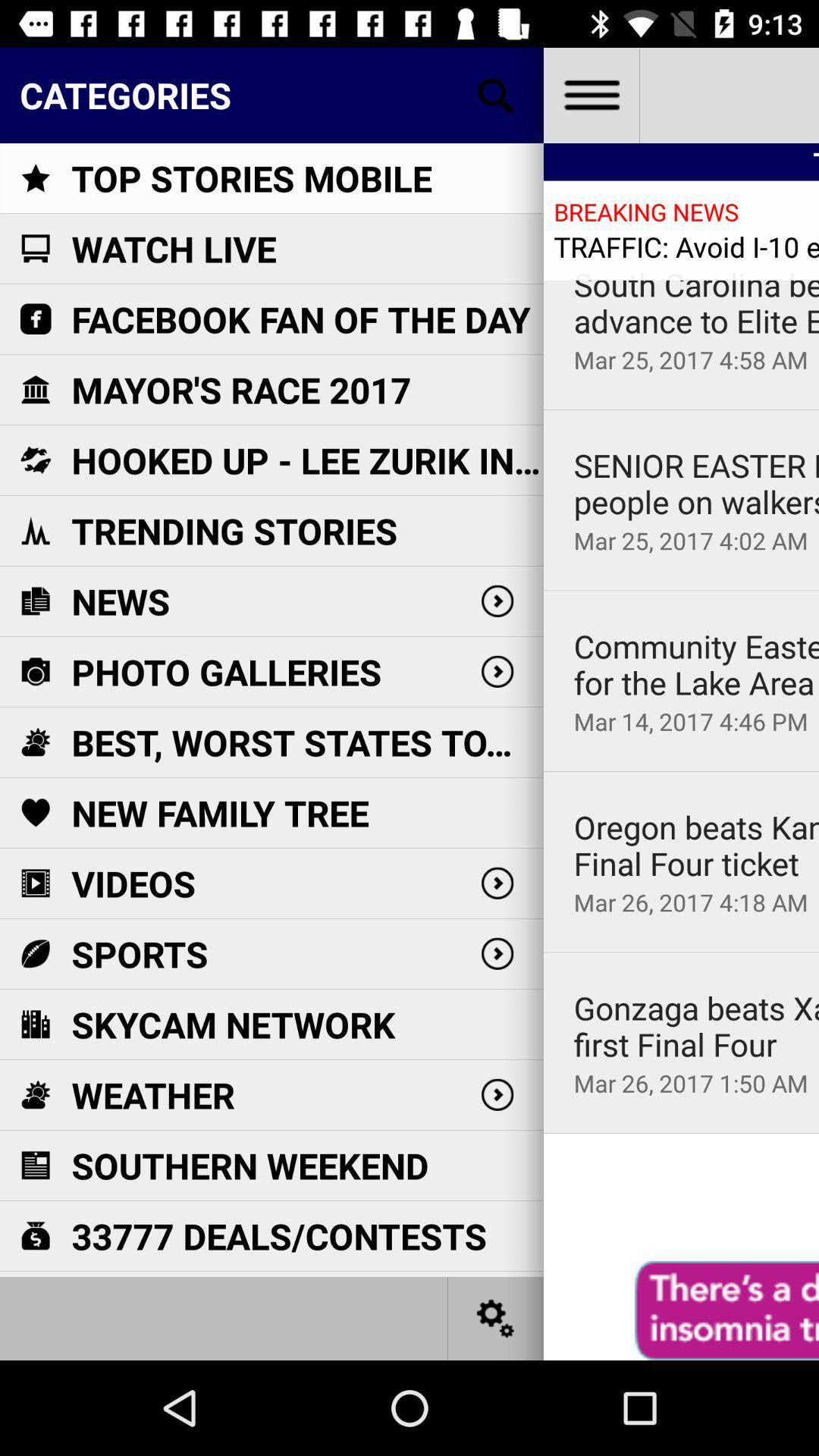  Describe the element at coordinates (496, 1317) in the screenshot. I see `the settings icon` at that location.